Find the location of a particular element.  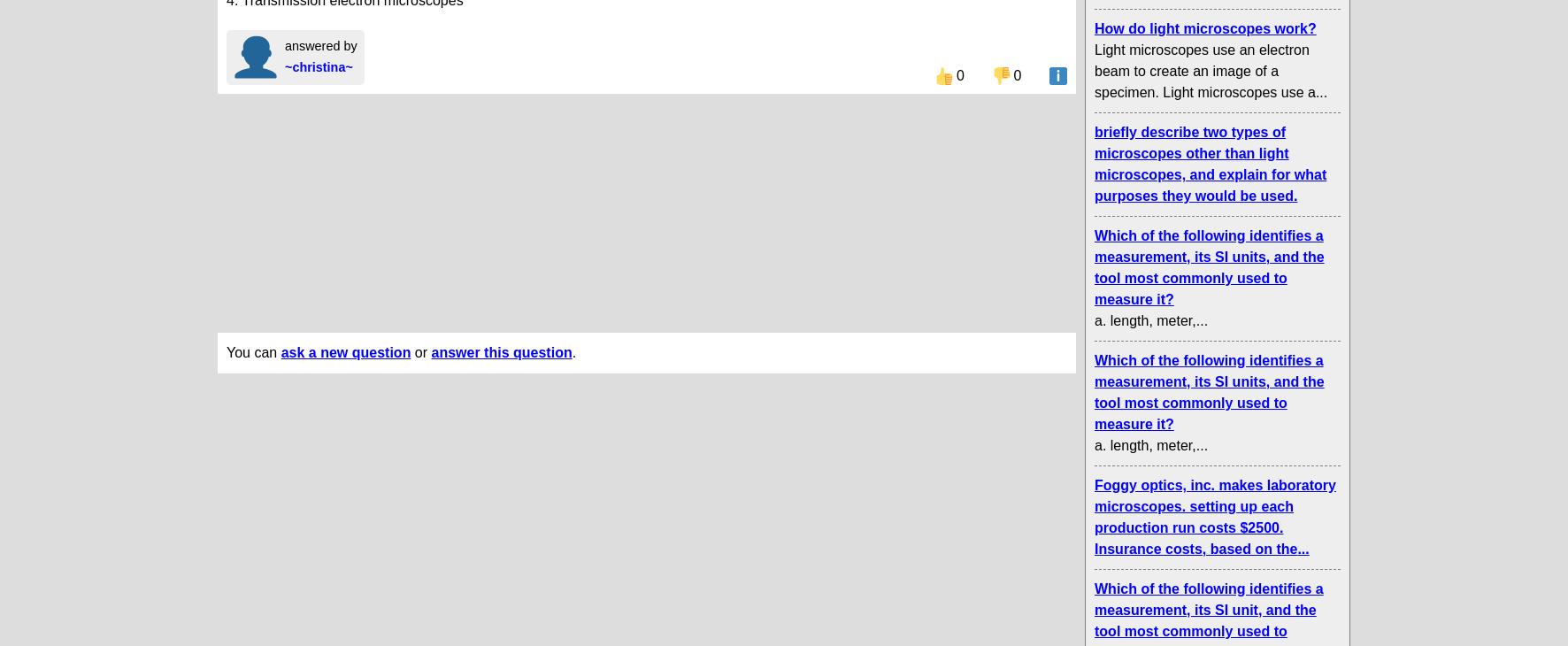

'.' is located at coordinates (573, 350).